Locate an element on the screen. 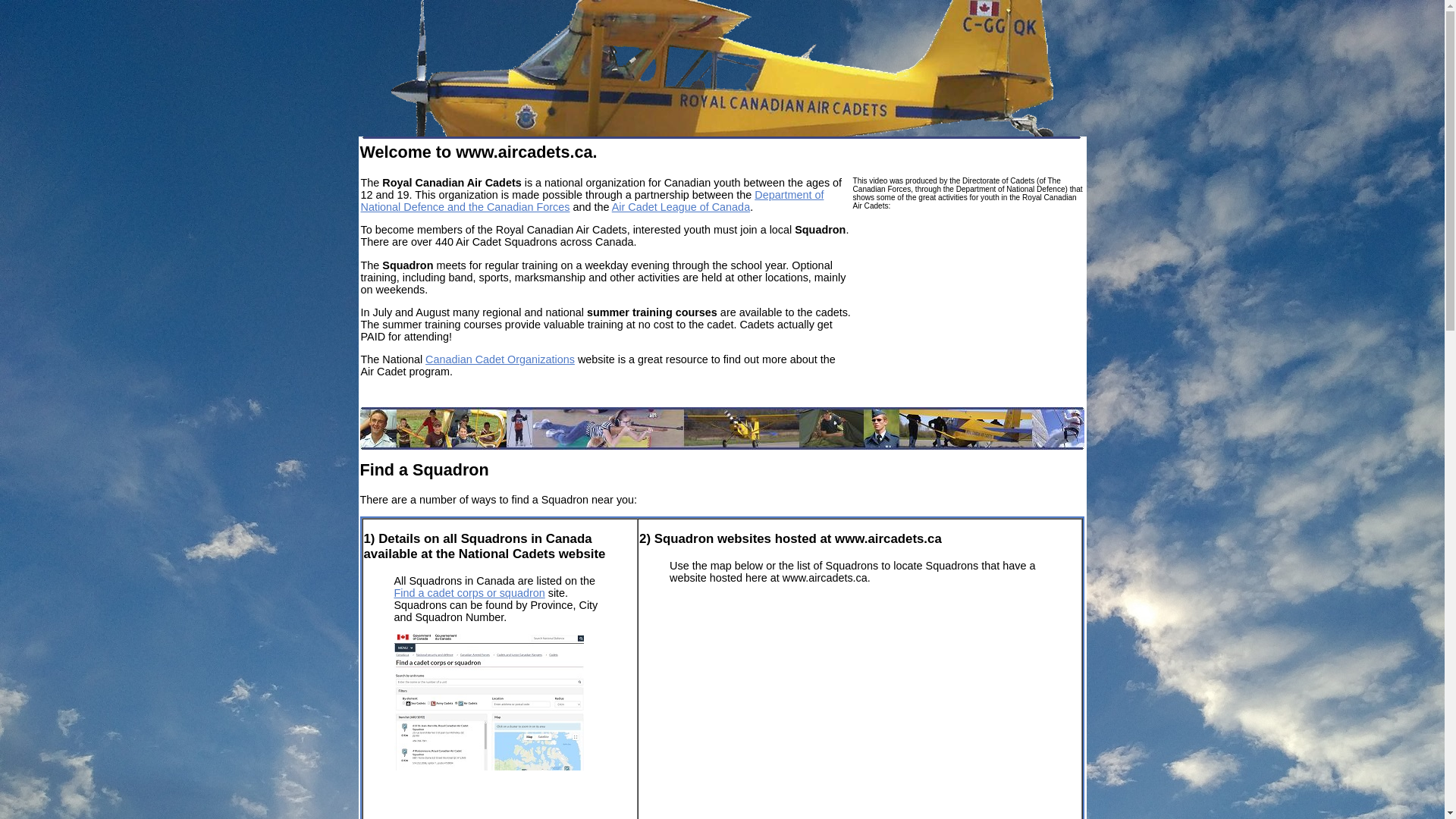 This screenshot has height=819, width=1456. 'Canadian Cadet Organizations' is located at coordinates (425, 359).